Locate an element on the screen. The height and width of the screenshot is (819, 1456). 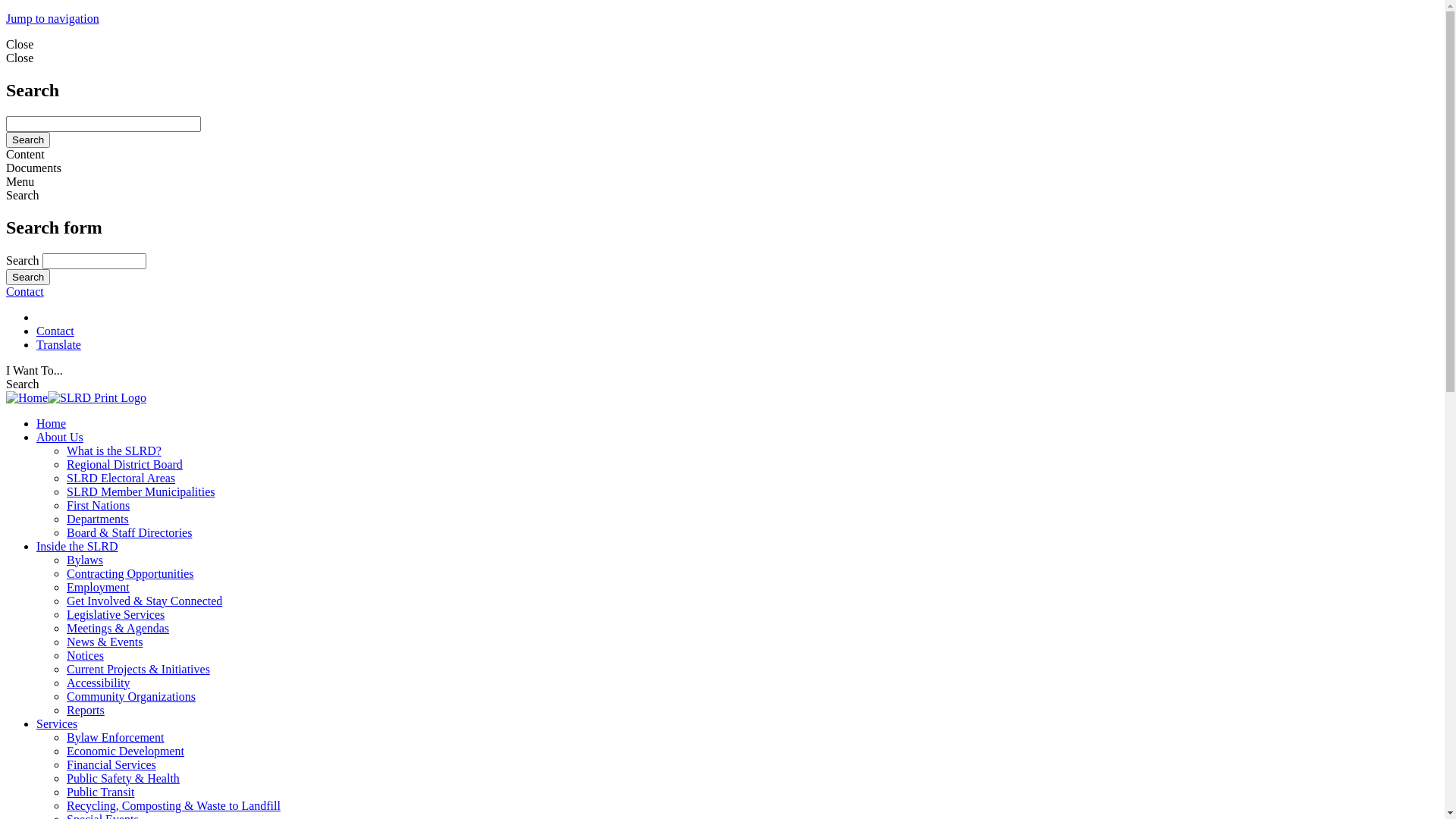
'Employment' is located at coordinates (97, 586).